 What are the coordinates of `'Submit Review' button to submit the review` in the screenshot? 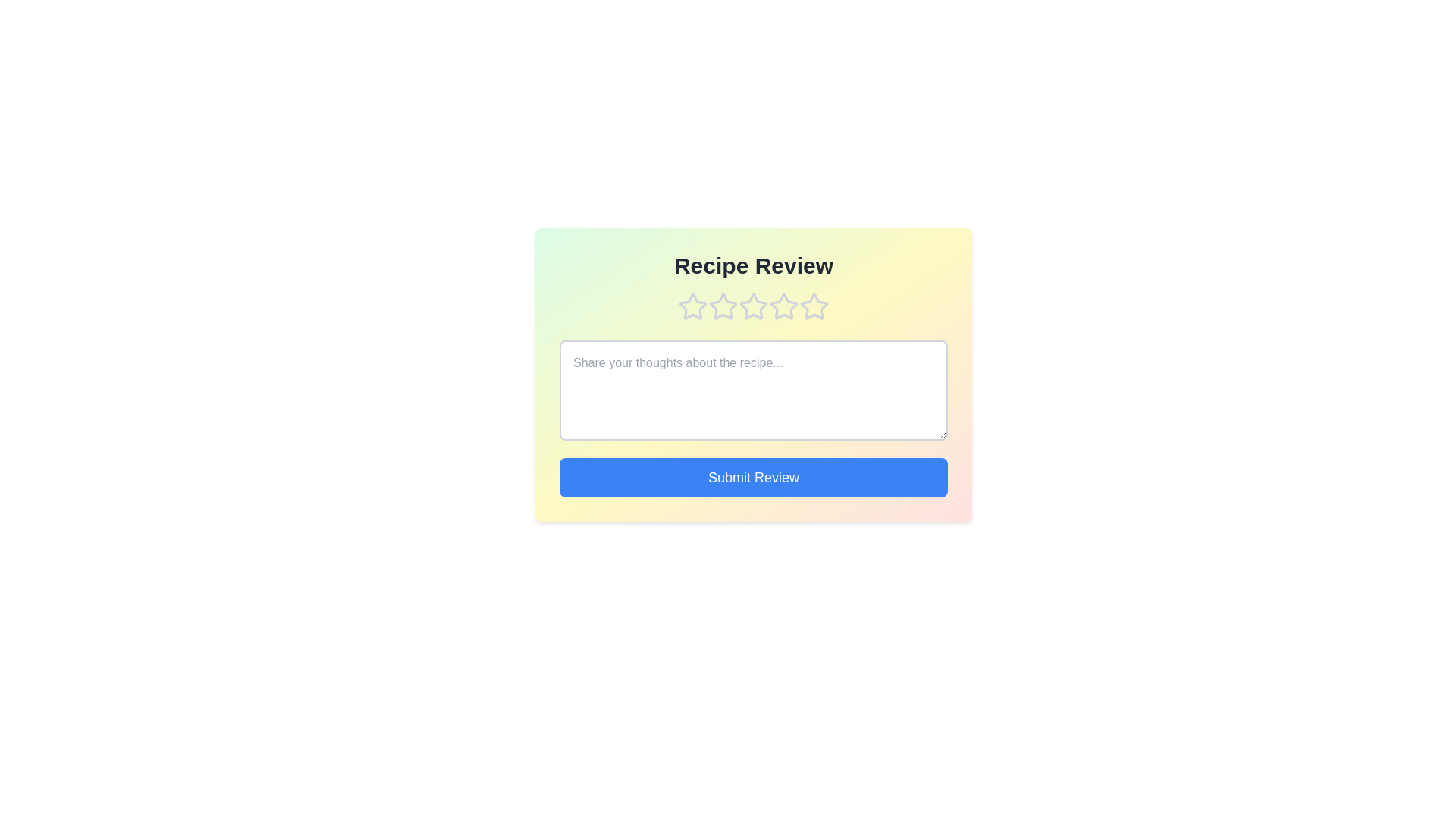 It's located at (753, 476).